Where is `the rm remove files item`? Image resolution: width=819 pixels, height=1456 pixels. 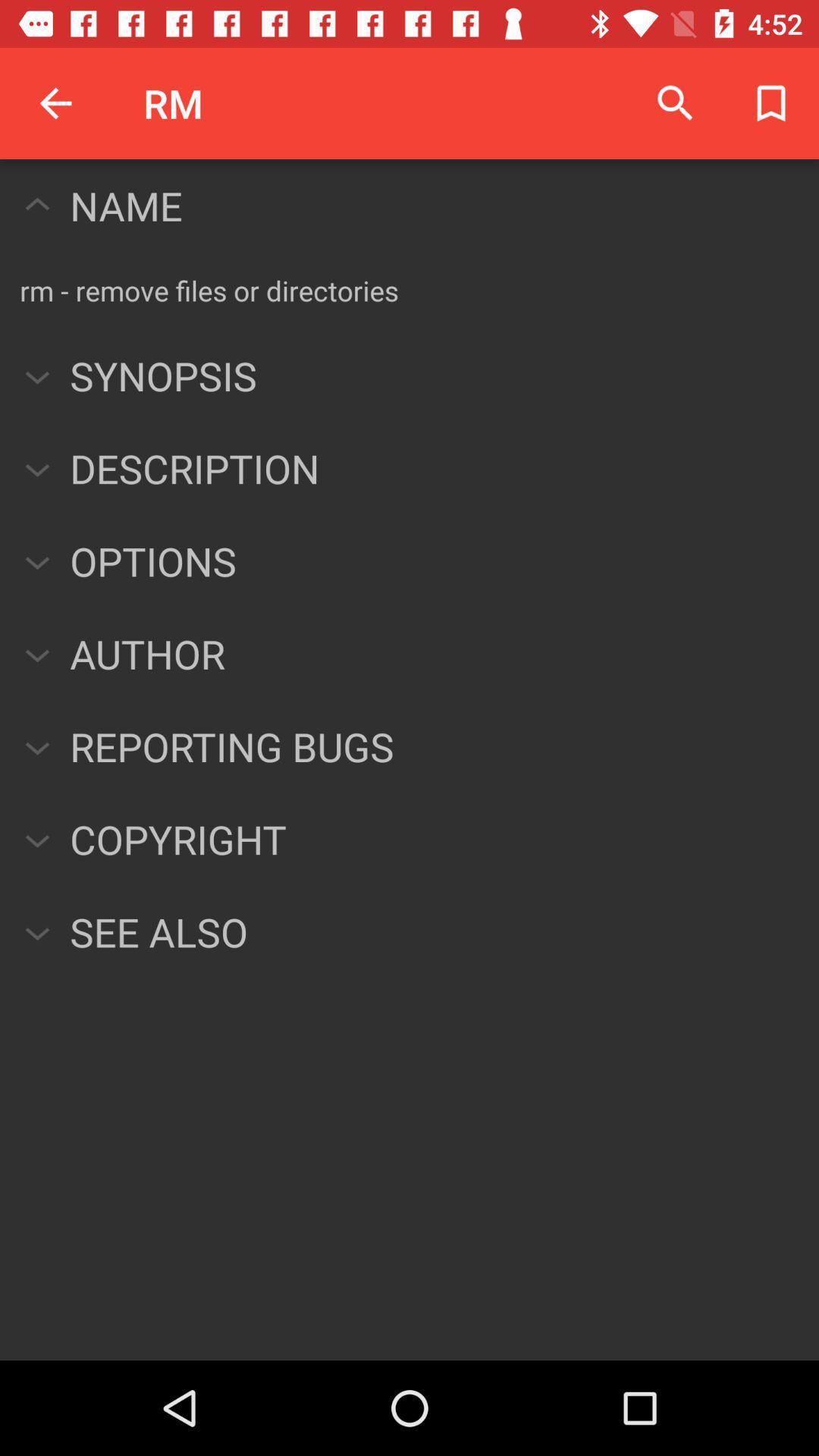 the rm remove files item is located at coordinates (209, 290).